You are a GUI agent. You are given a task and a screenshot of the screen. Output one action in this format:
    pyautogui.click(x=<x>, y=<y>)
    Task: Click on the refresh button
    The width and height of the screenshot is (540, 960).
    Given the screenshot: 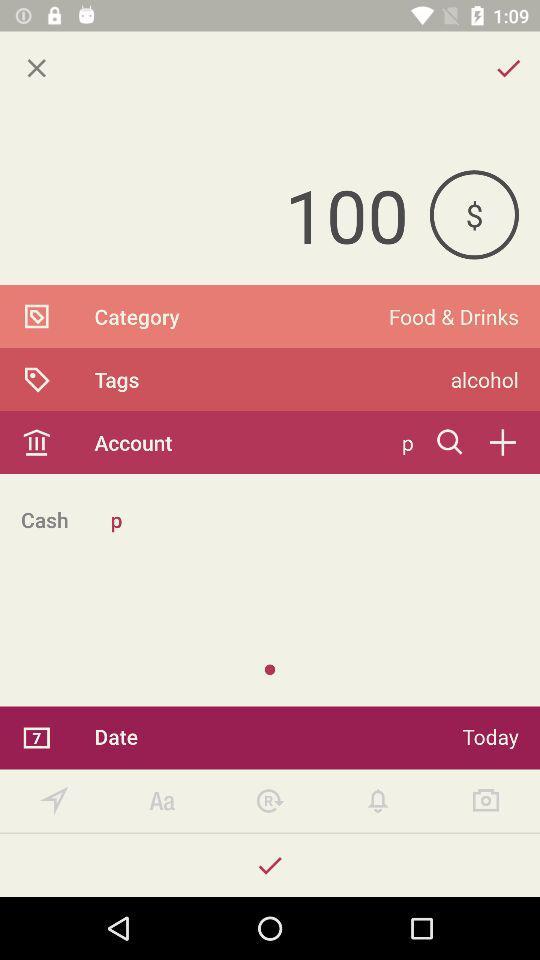 What is the action you would take?
    pyautogui.click(x=270, y=801)
    